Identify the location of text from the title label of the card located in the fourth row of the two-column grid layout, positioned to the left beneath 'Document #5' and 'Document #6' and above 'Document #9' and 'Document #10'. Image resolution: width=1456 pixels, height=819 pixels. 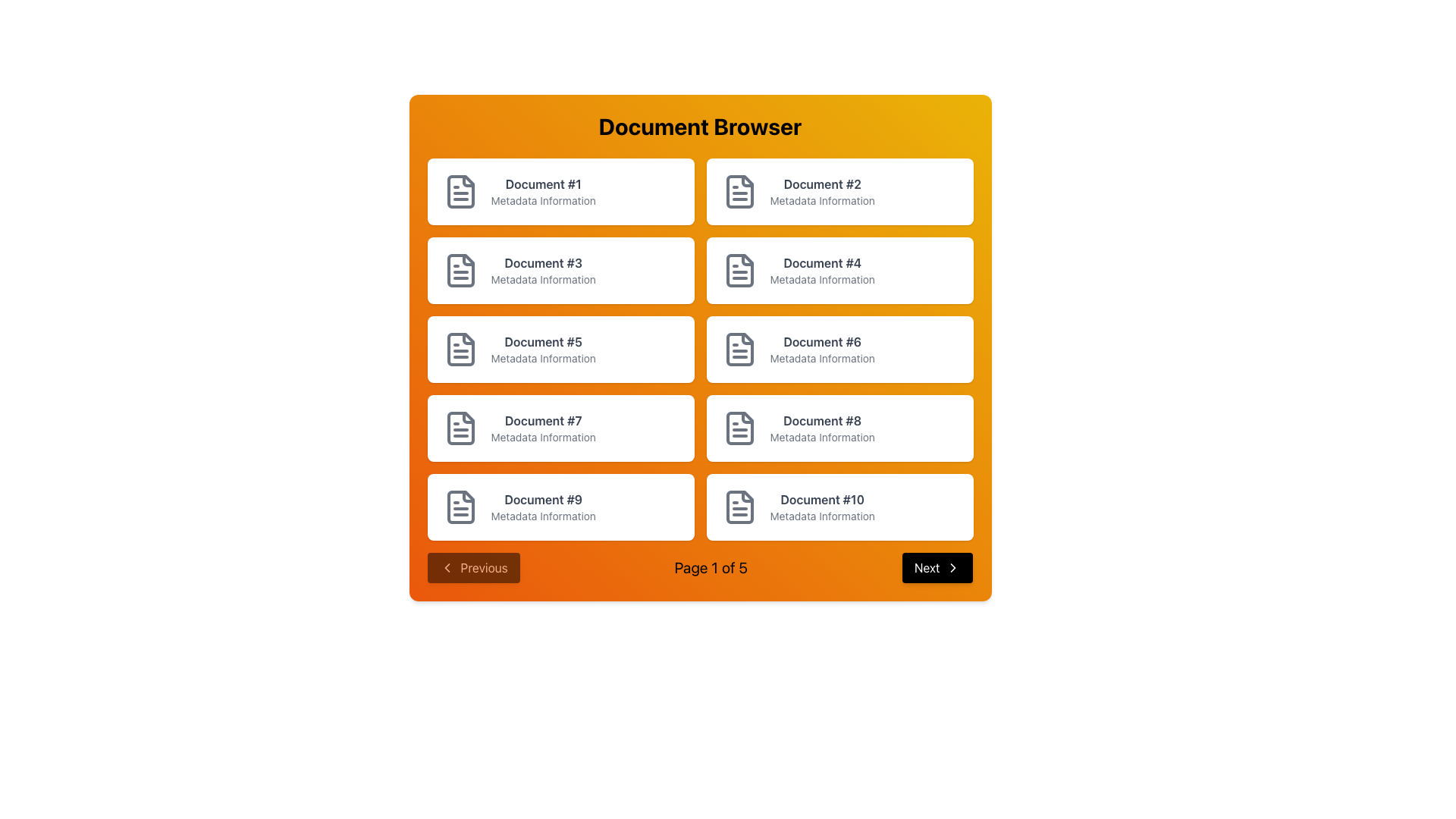
(543, 421).